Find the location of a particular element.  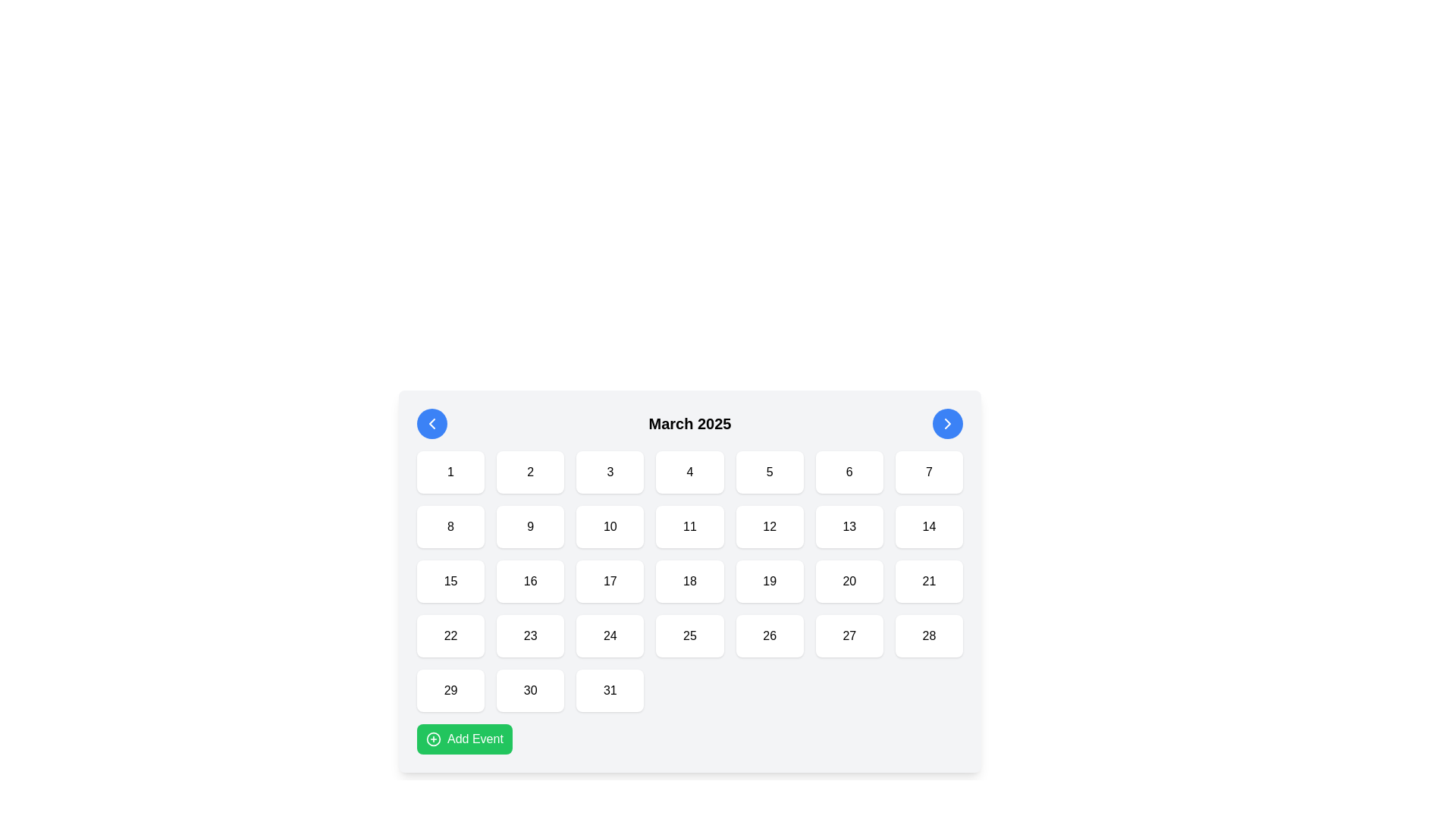

the Chevron Right SVG Icon within the circular button in the top-right corner of the calendar header is located at coordinates (946, 424).